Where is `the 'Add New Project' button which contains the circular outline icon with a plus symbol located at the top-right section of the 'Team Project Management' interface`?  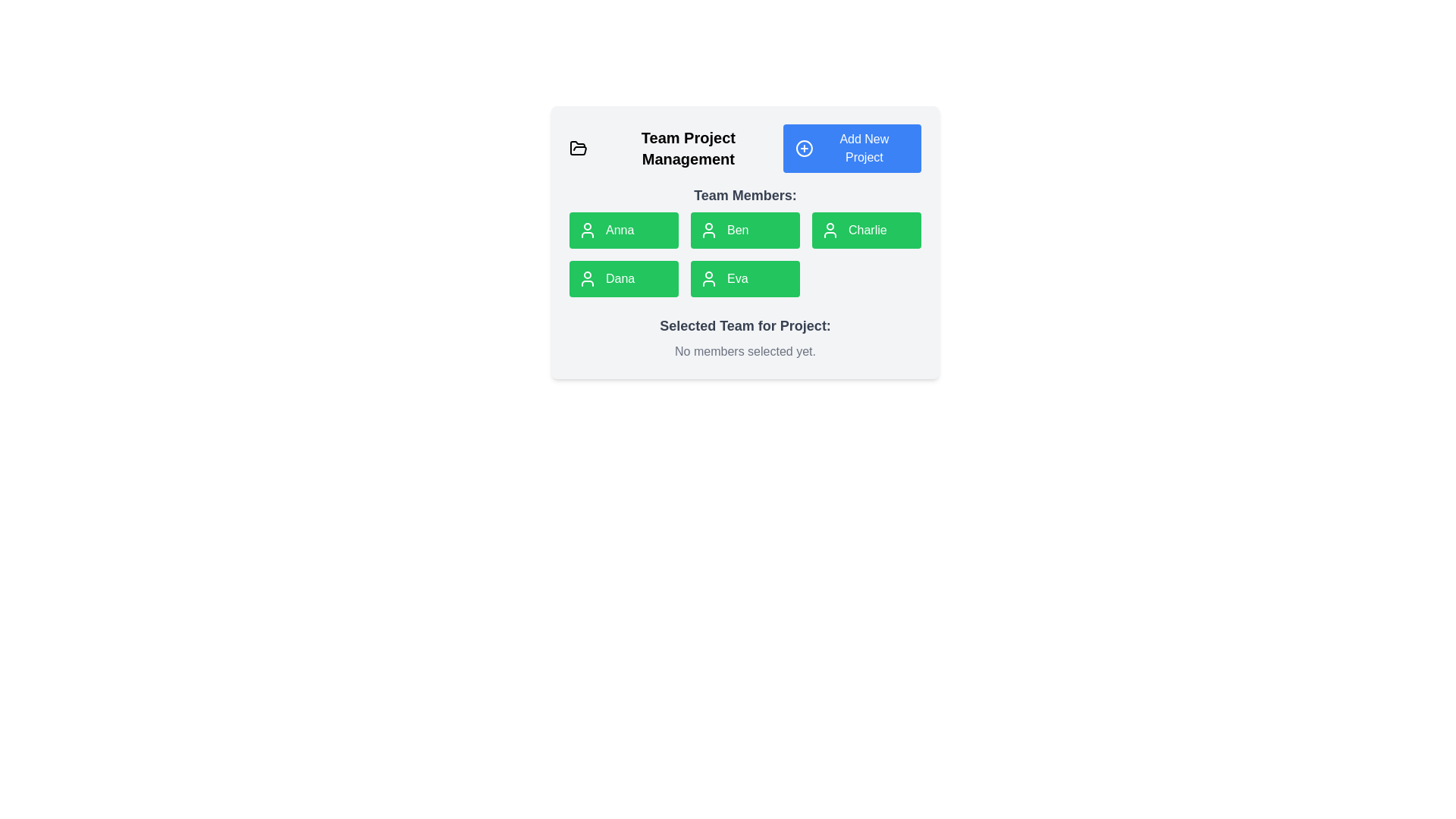 the 'Add New Project' button which contains the circular outline icon with a plus symbol located at the top-right section of the 'Team Project Management' interface is located at coordinates (803, 149).